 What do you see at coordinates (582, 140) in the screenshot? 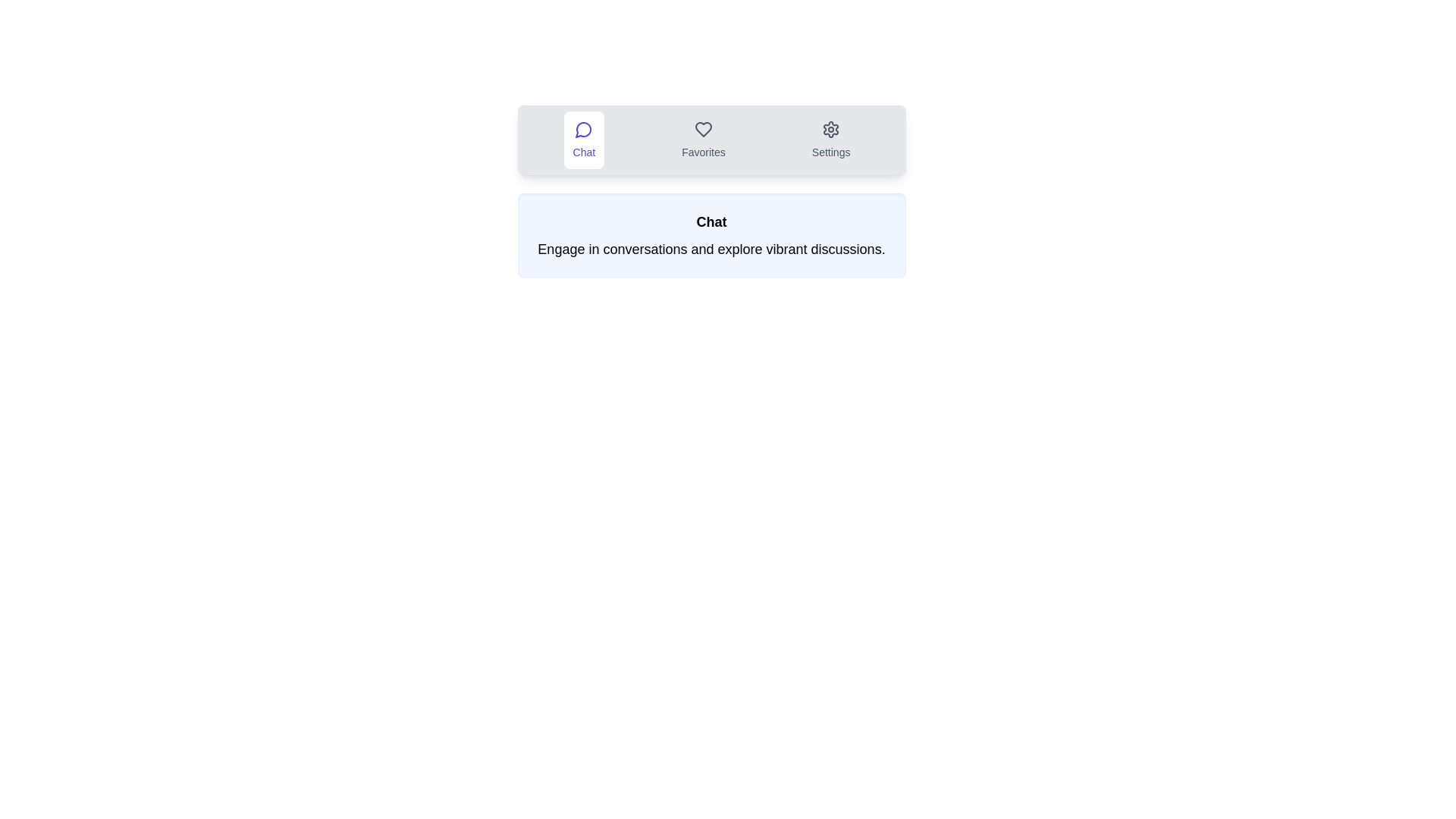
I see `the Chat tab by clicking on its button` at bounding box center [582, 140].